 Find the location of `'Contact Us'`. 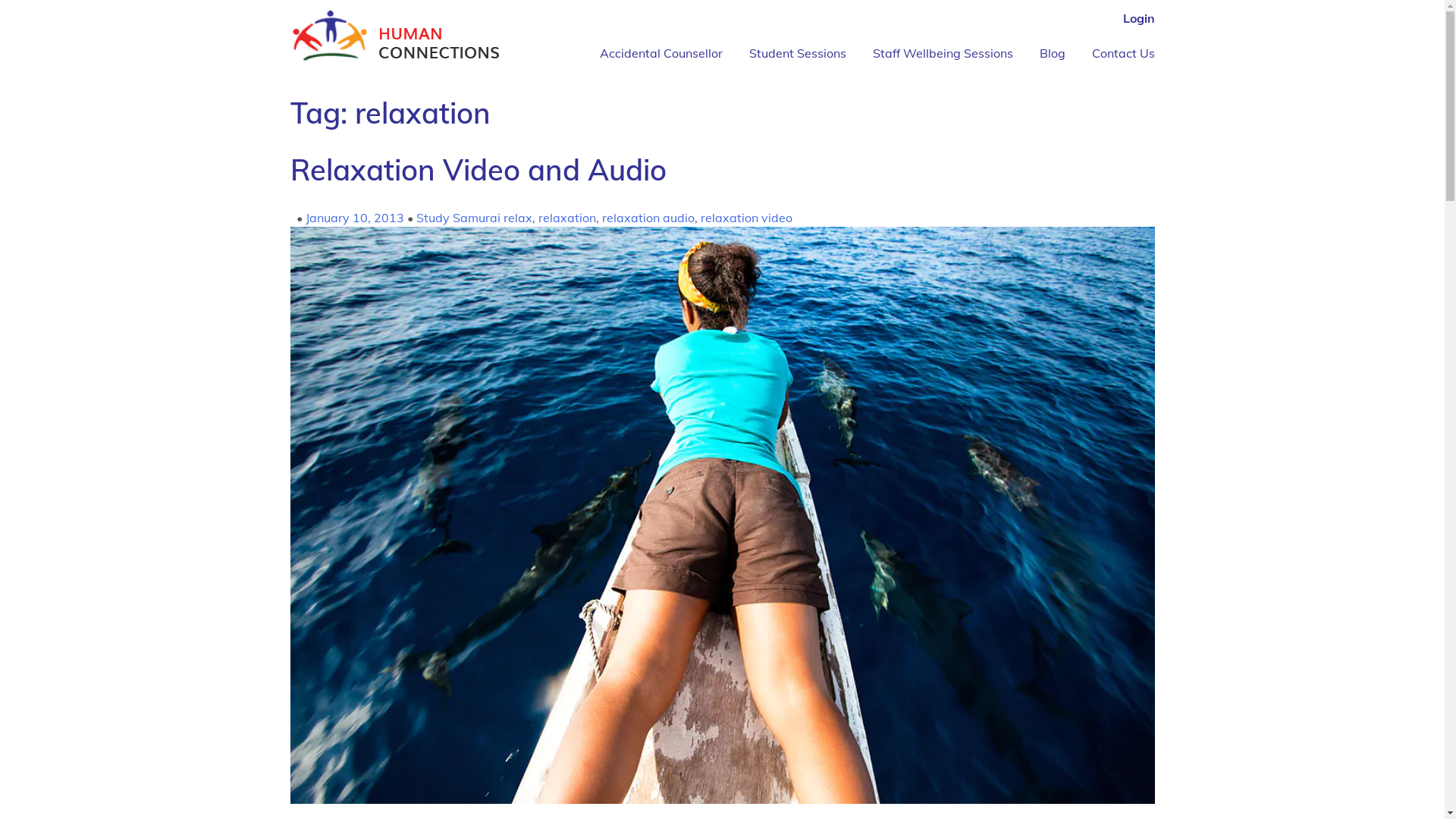

'Contact Us' is located at coordinates (1123, 52).